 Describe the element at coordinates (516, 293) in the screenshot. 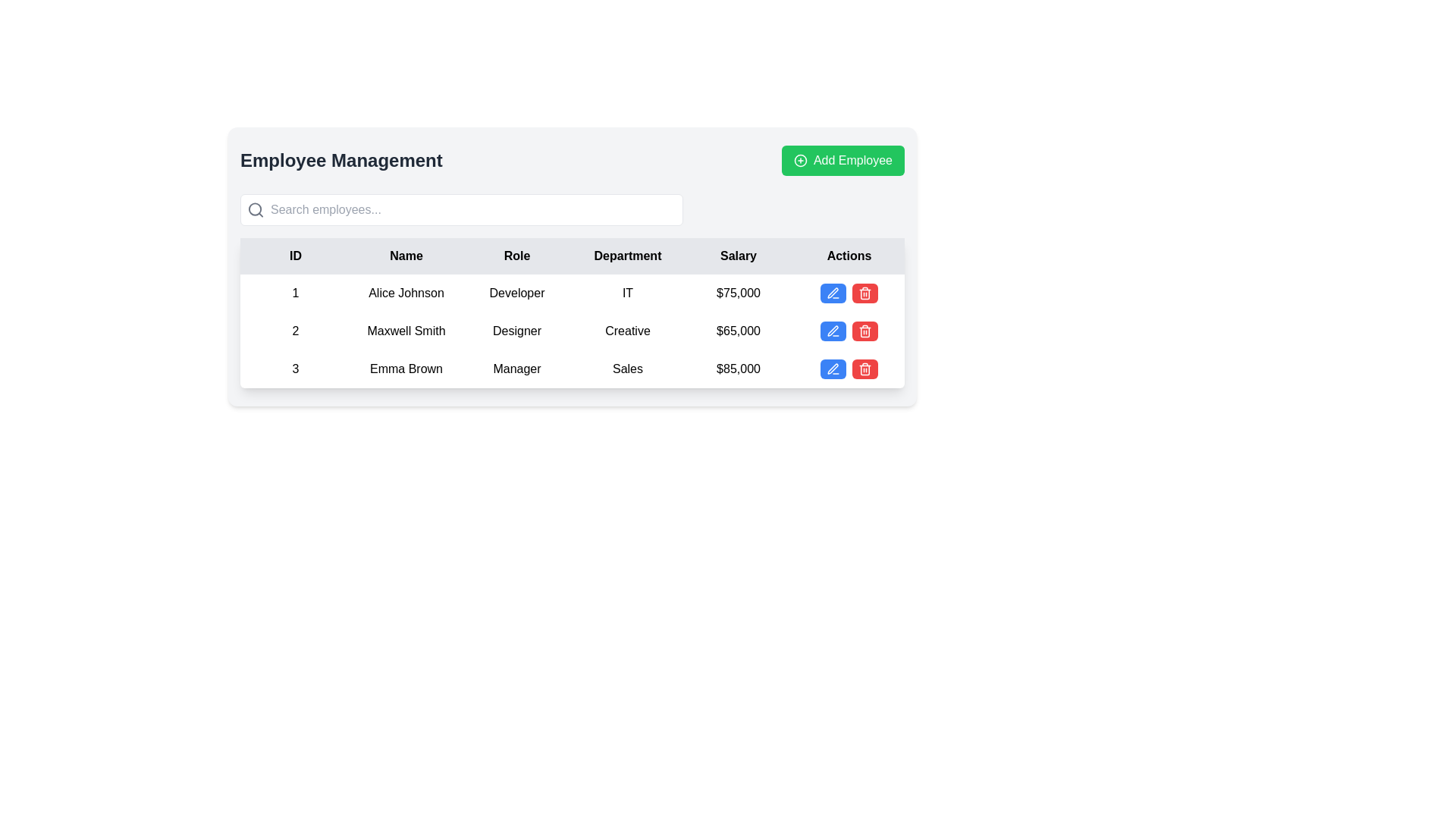

I see `the static text element labeled 'Developer' located in the third column of the first row of the employee details grid table layout, positioned between the 'Name' and 'Department' columns` at that location.